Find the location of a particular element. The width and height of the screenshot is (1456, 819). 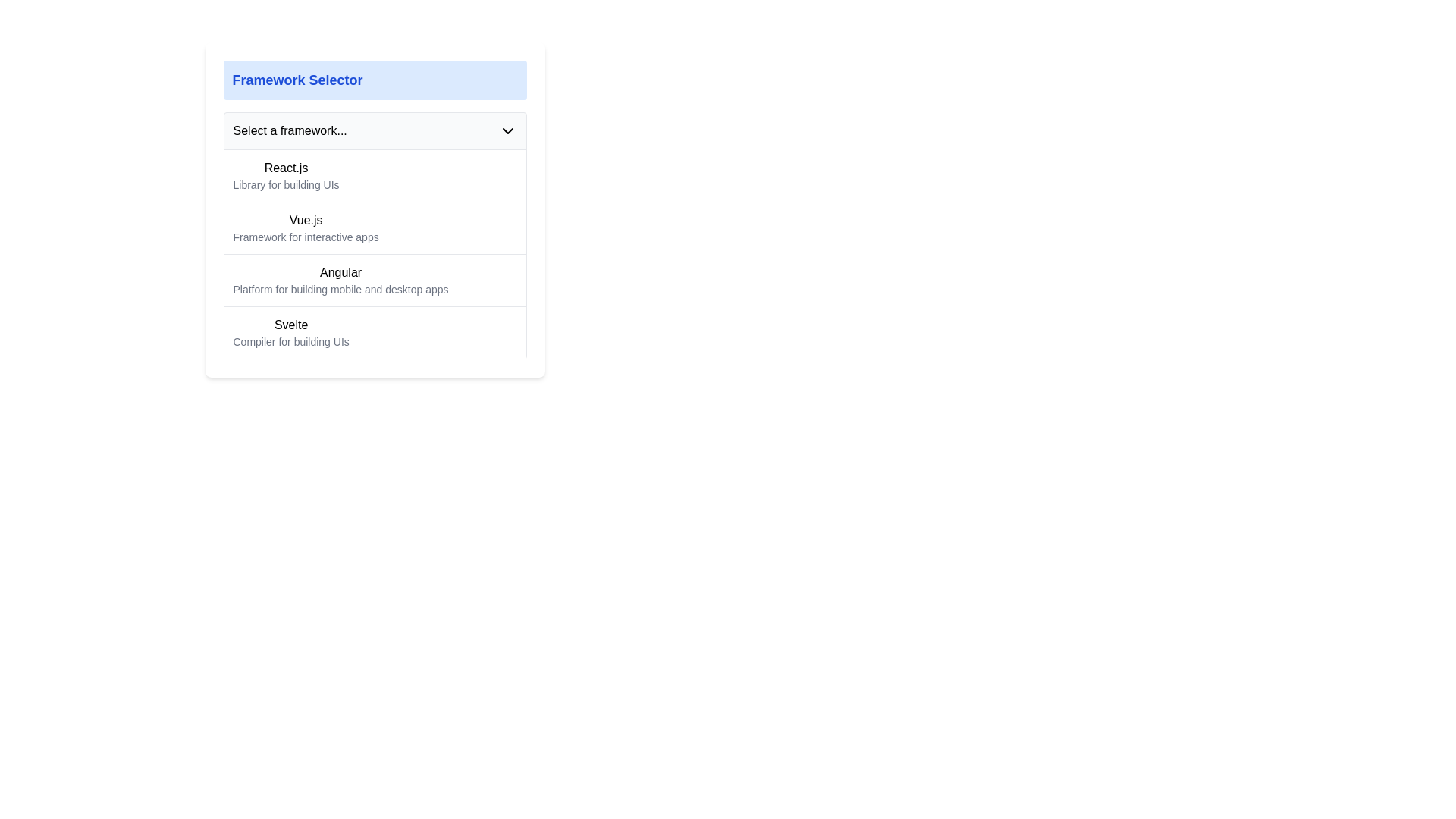

the second selectable list item representing 'Vue.js' in the framework selector is located at coordinates (375, 210).